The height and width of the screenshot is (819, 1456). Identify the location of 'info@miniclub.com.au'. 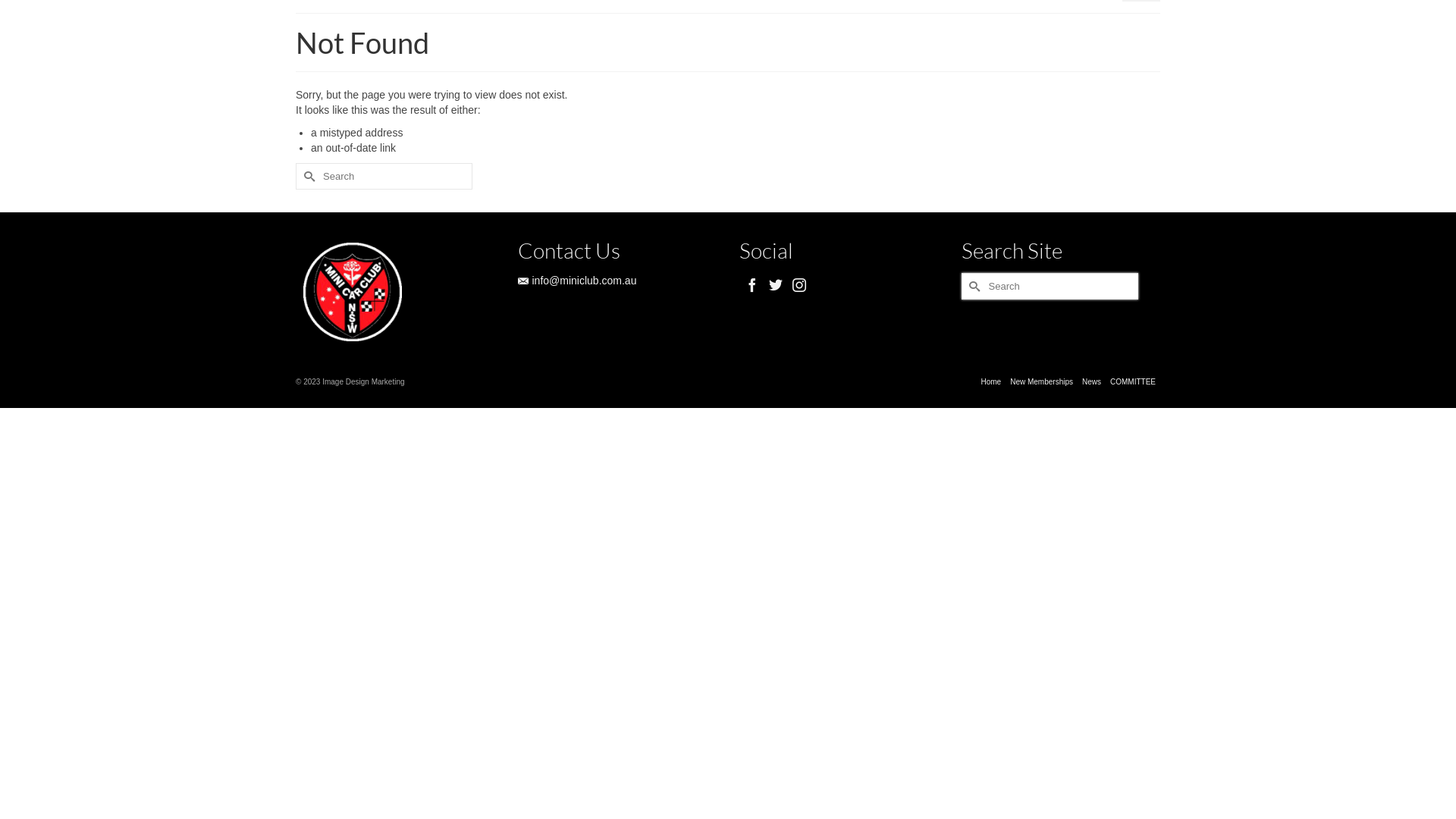
(576, 281).